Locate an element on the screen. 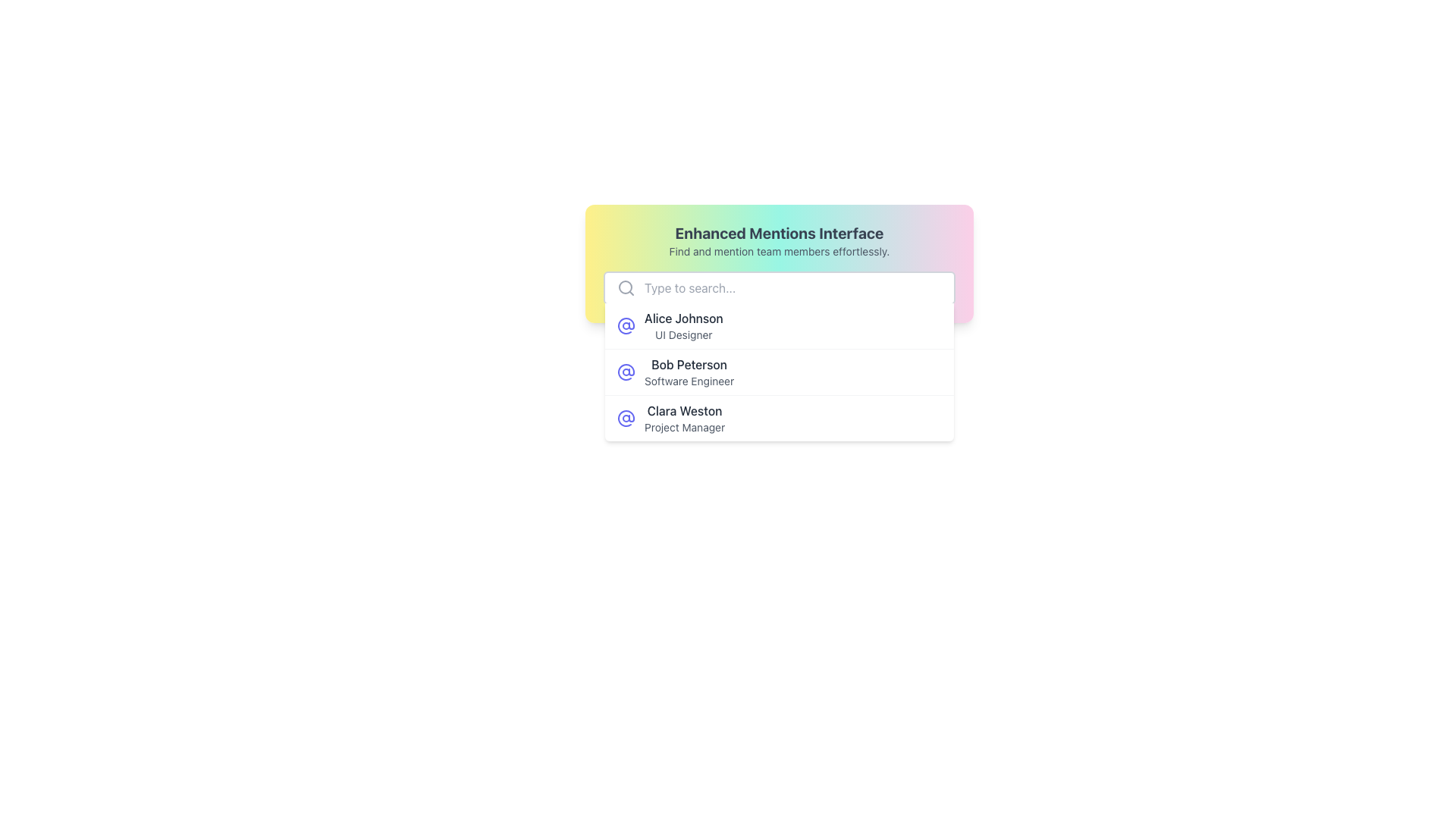 Image resolution: width=1456 pixels, height=819 pixels. the selectable list item for 'Bob Peterson' is located at coordinates (779, 372).